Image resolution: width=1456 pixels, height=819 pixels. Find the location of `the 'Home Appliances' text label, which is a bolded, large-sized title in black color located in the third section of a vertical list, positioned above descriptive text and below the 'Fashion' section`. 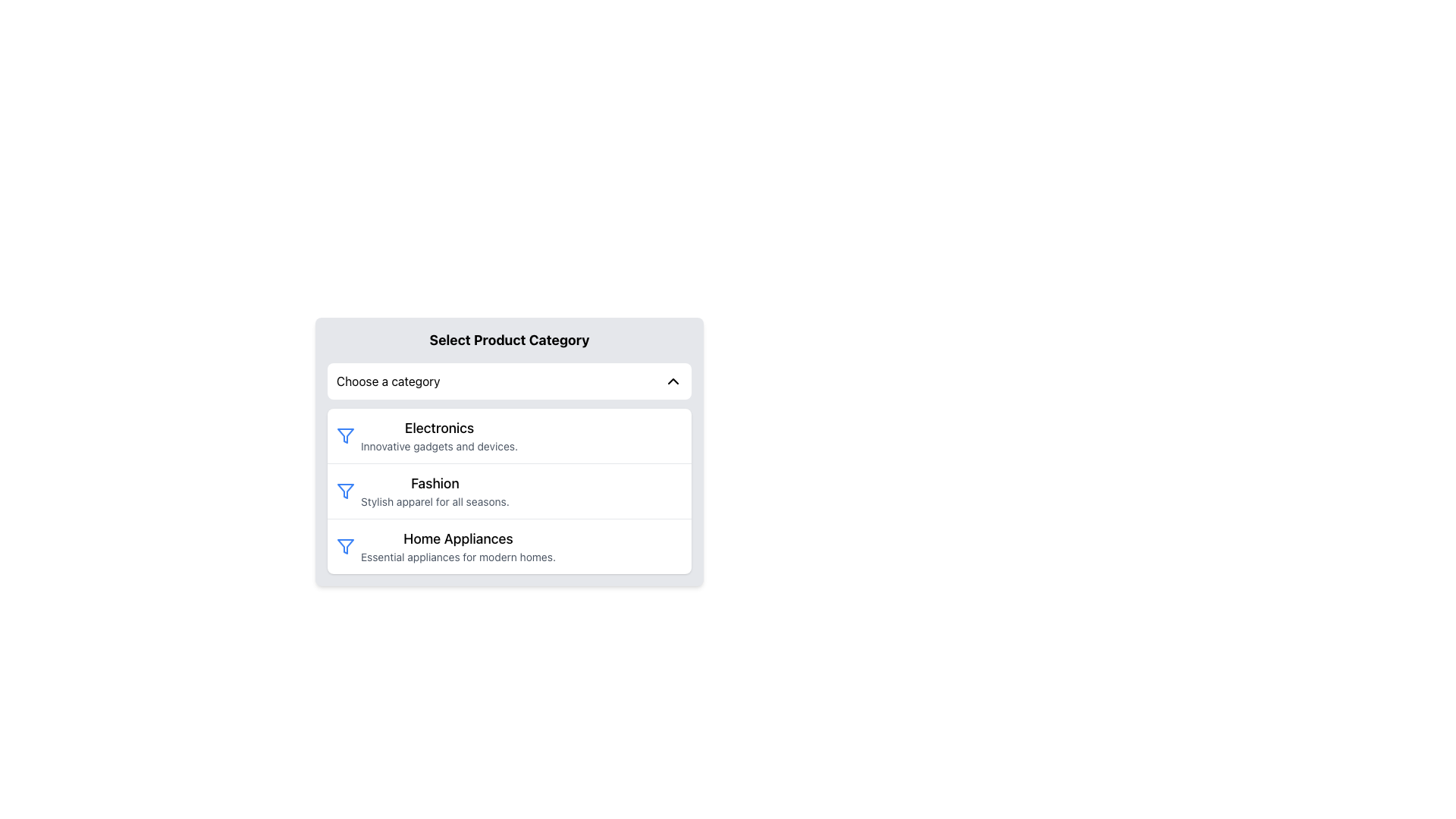

the 'Home Appliances' text label, which is a bolded, large-sized title in black color located in the third section of a vertical list, positioned above descriptive text and below the 'Fashion' section is located at coordinates (457, 538).